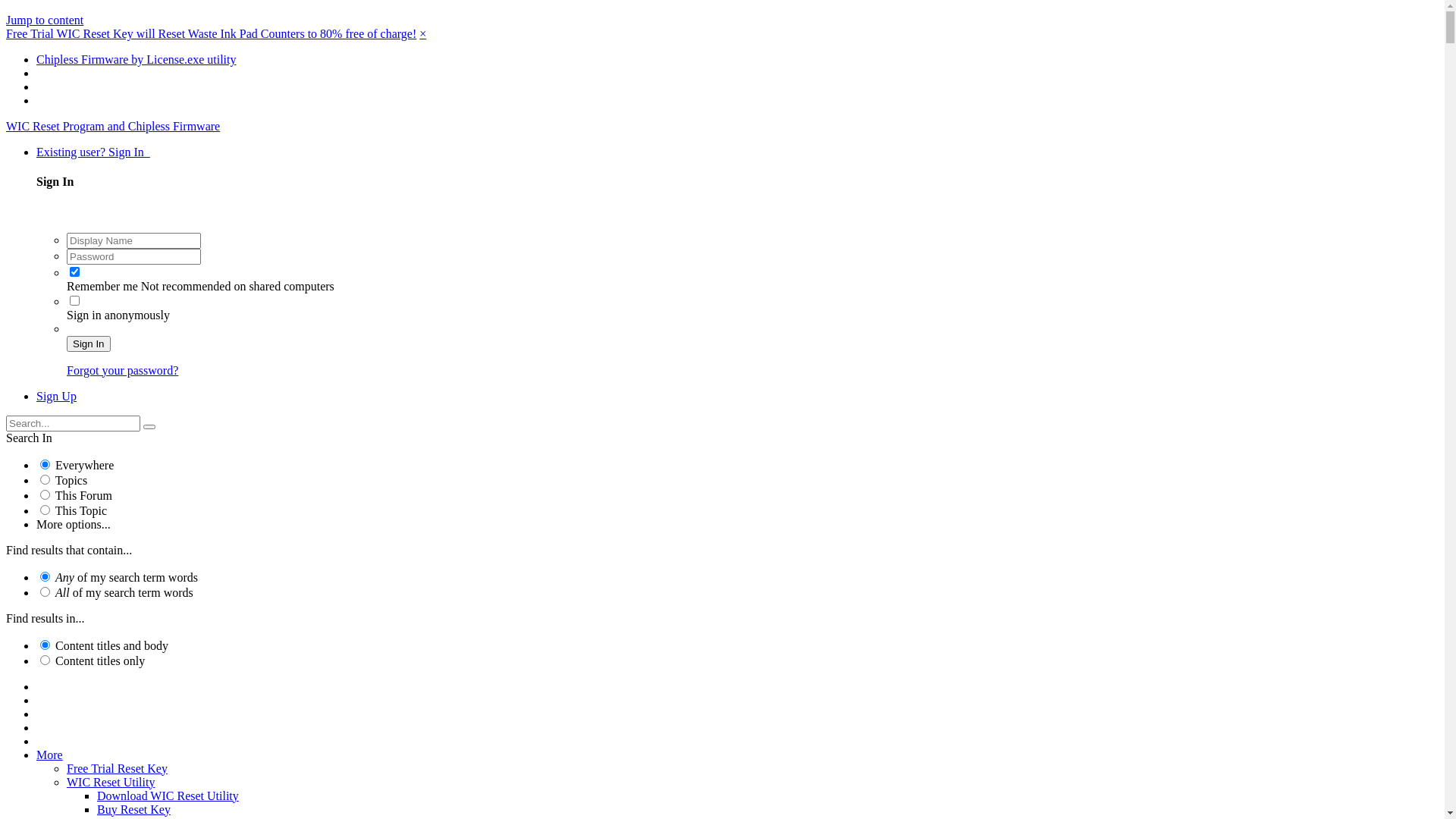 This screenshot has width=1456, height=819. I want to click on 'Existing user? Sign In  ', so click(93, 152).